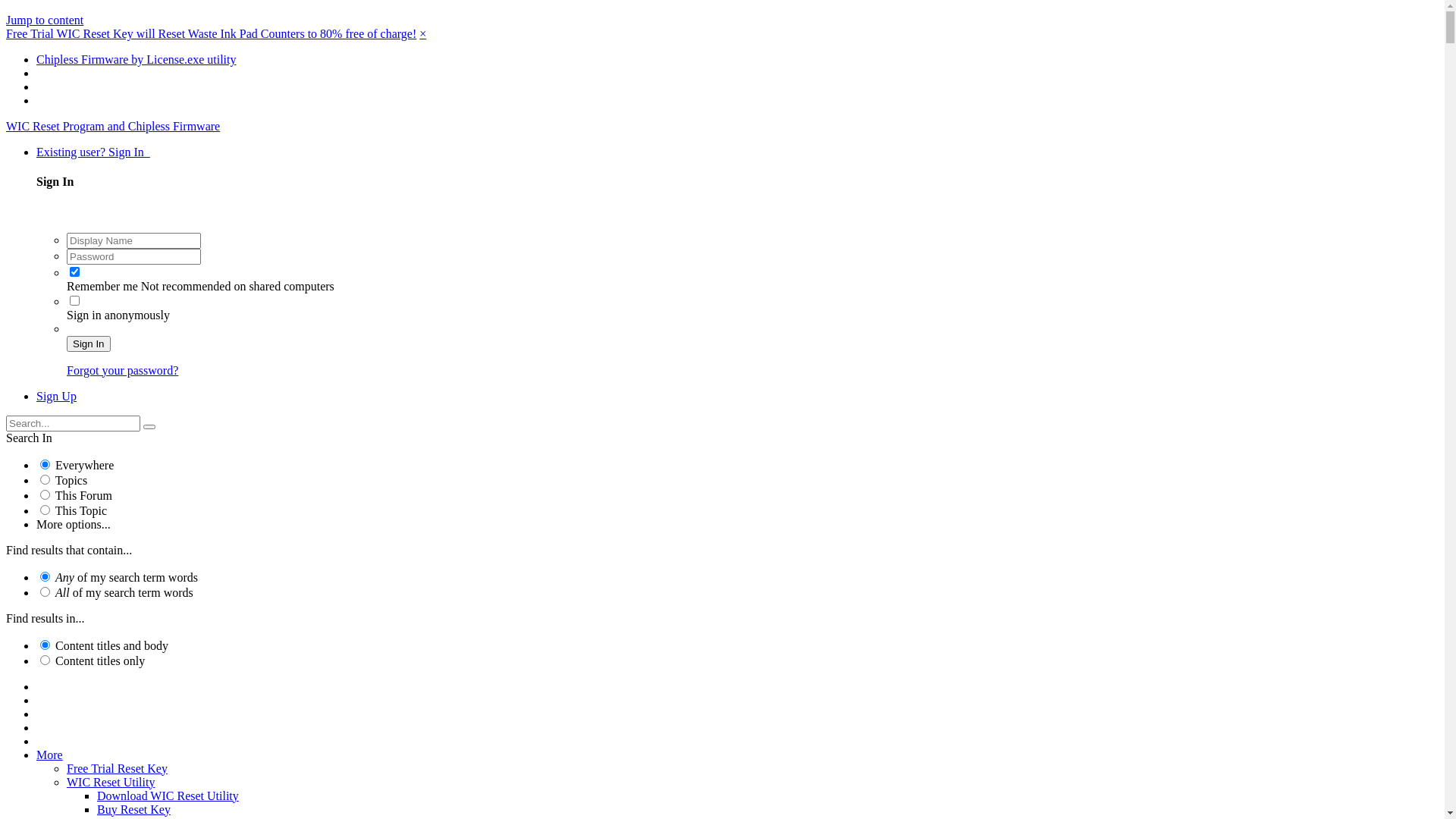 This screenshot has width=1456, height=819. I want to click on 'Existing user? Sign In  ', so click(93, 152).